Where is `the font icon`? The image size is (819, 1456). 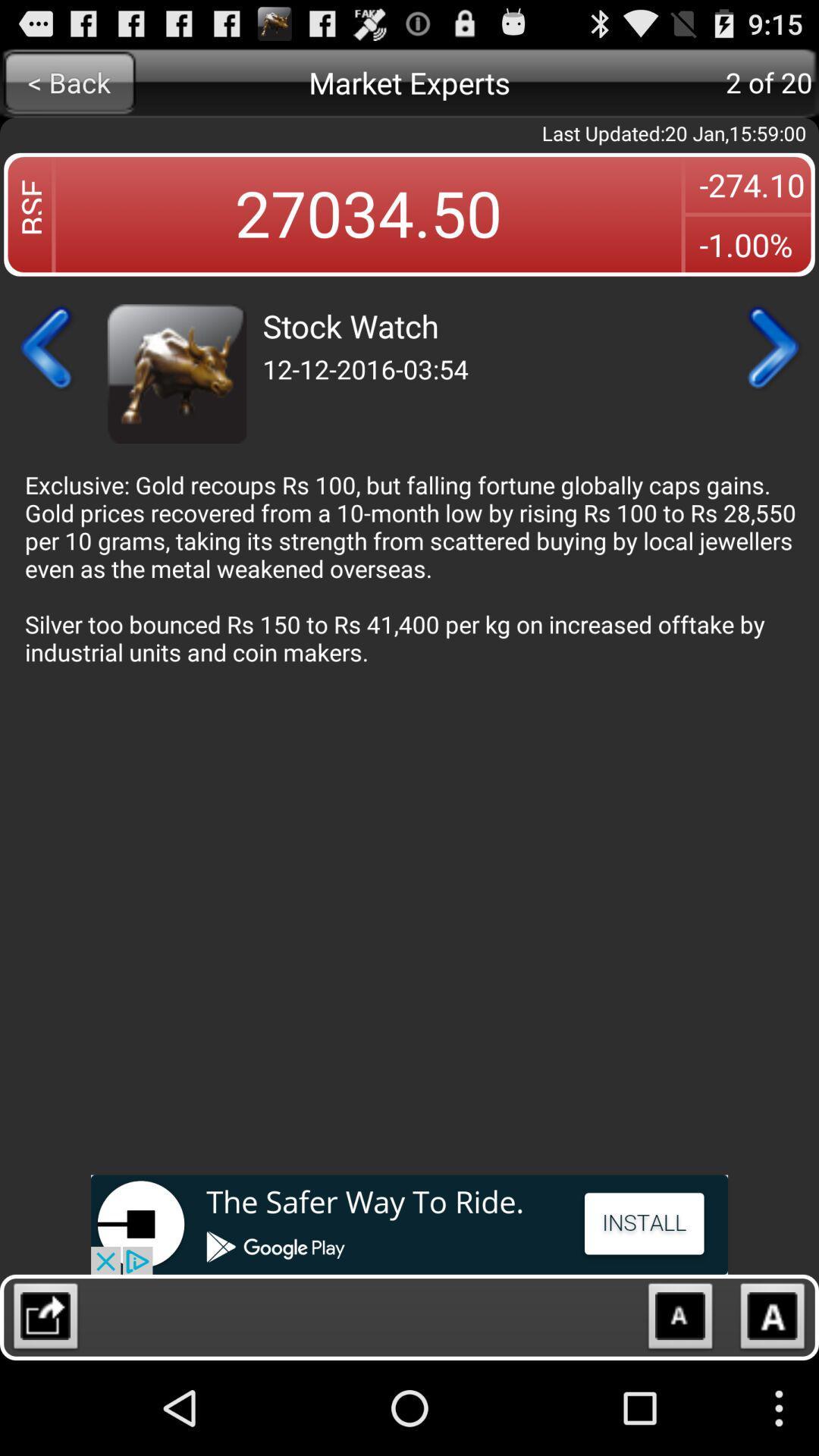 the font icon is located at coordinates (773, 1412).